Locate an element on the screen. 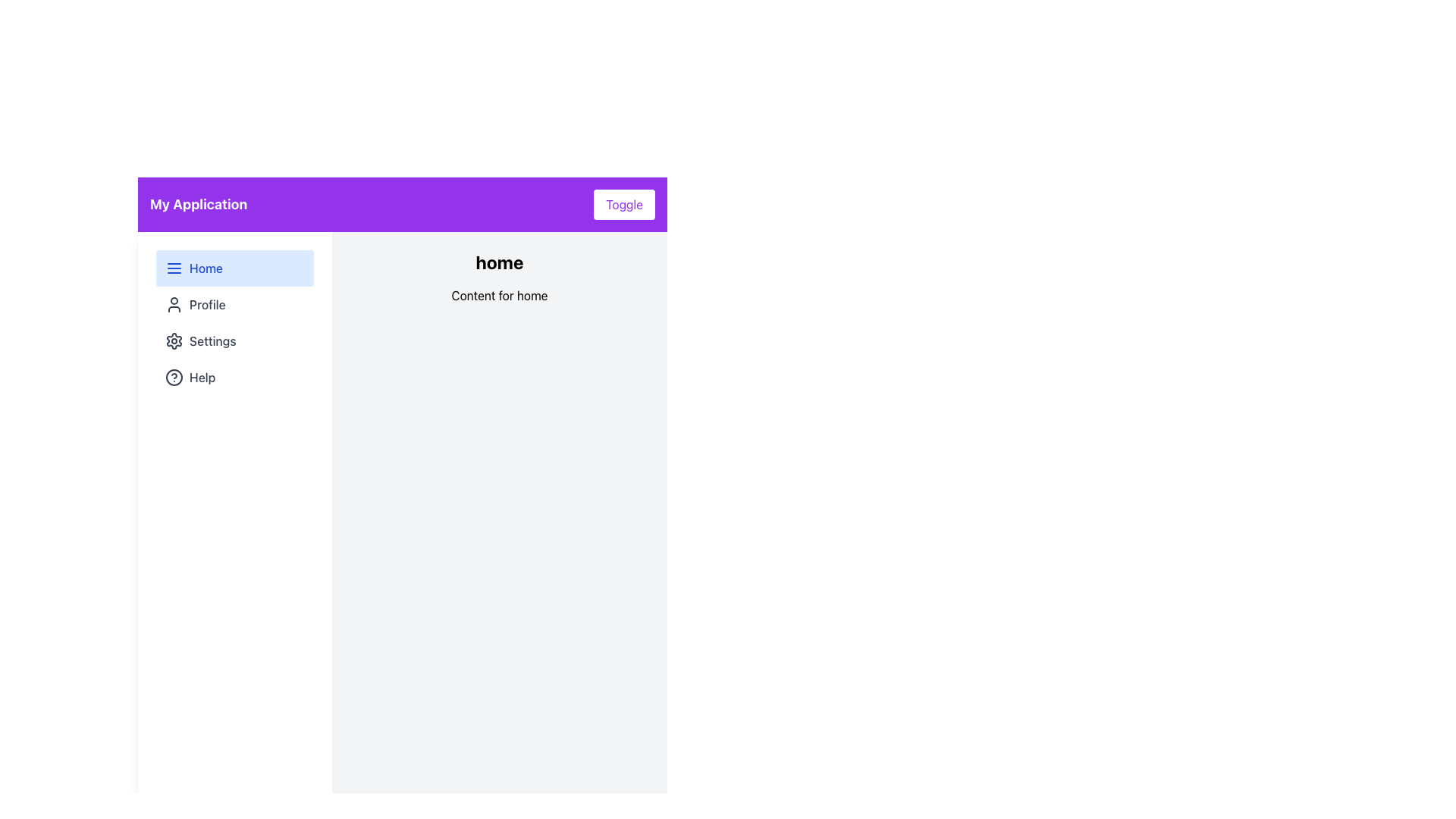  the 'Profile' text label in the sidebar, which is styled in gray and located between 'Home' and 'Settings' is located at coordinates (206, 304).